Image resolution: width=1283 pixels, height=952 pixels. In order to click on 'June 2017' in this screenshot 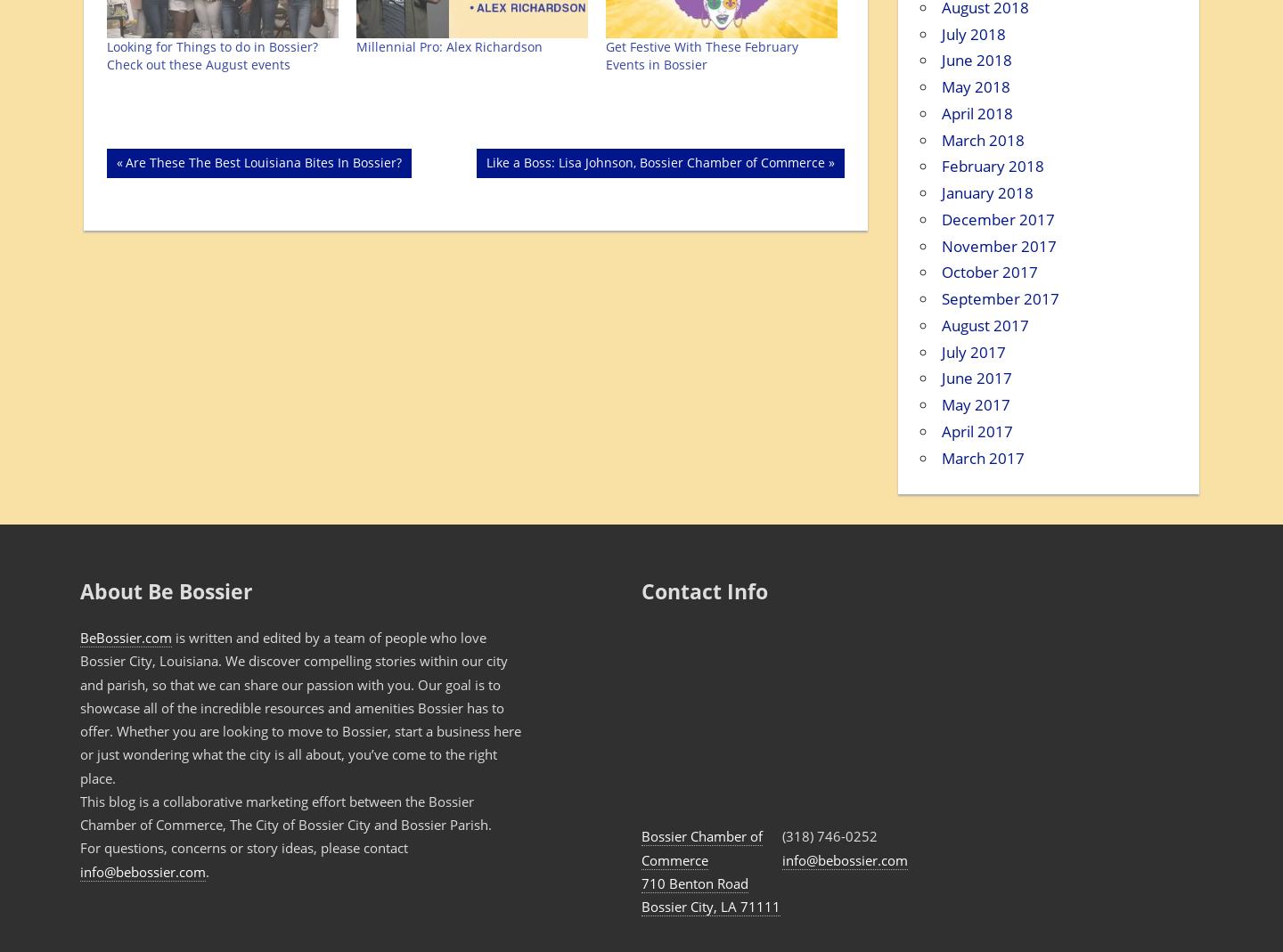, I will do `click(976, 378)`.